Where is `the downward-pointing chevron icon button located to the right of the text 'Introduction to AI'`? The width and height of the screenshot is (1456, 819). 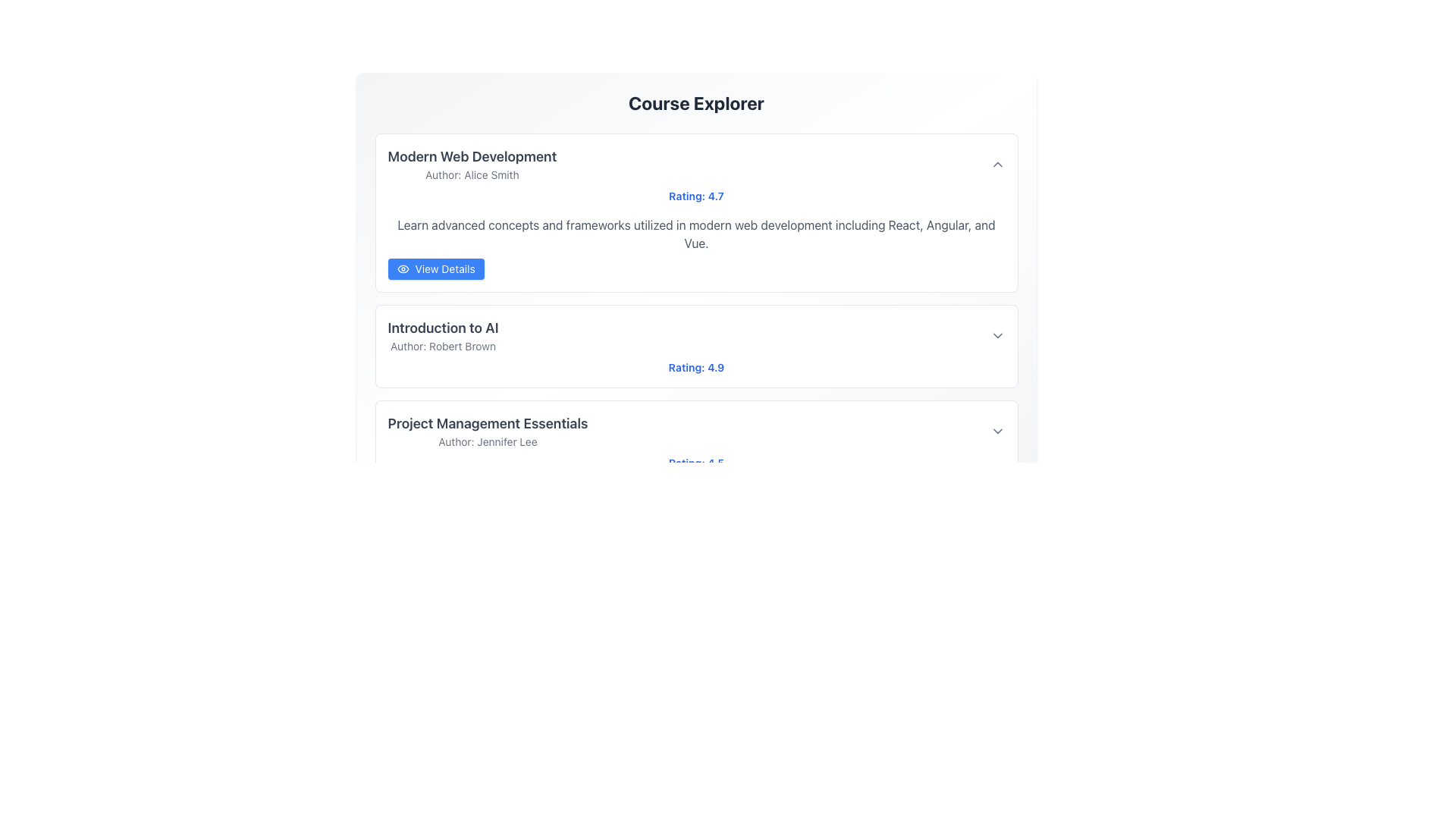
the downward-pointing chevron icon button located to the right of the text 'Introduction to AI' is located at coordinates (997, 335).